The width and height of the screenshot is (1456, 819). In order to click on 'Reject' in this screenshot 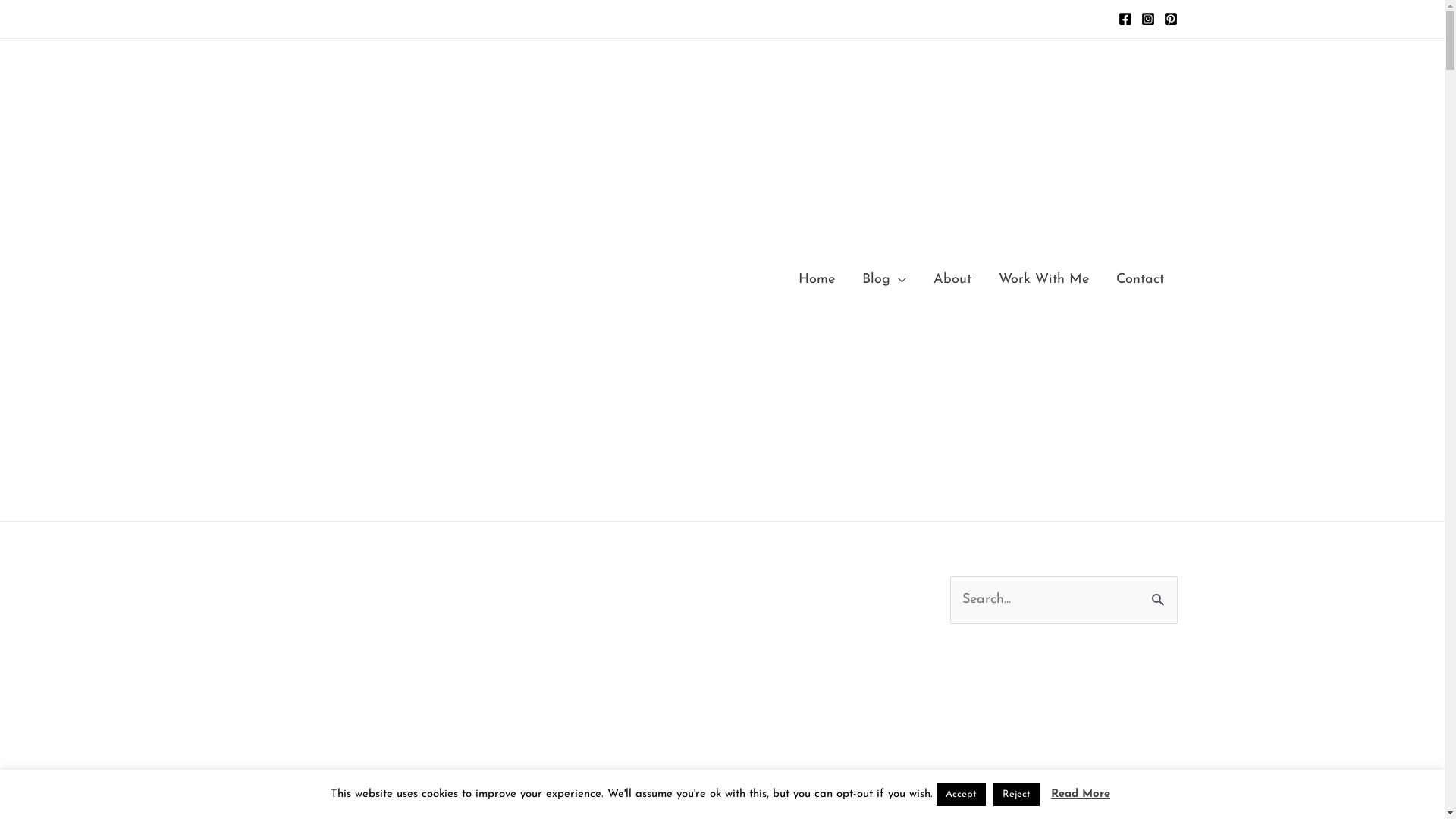, I will do `click(1016, 793)`.